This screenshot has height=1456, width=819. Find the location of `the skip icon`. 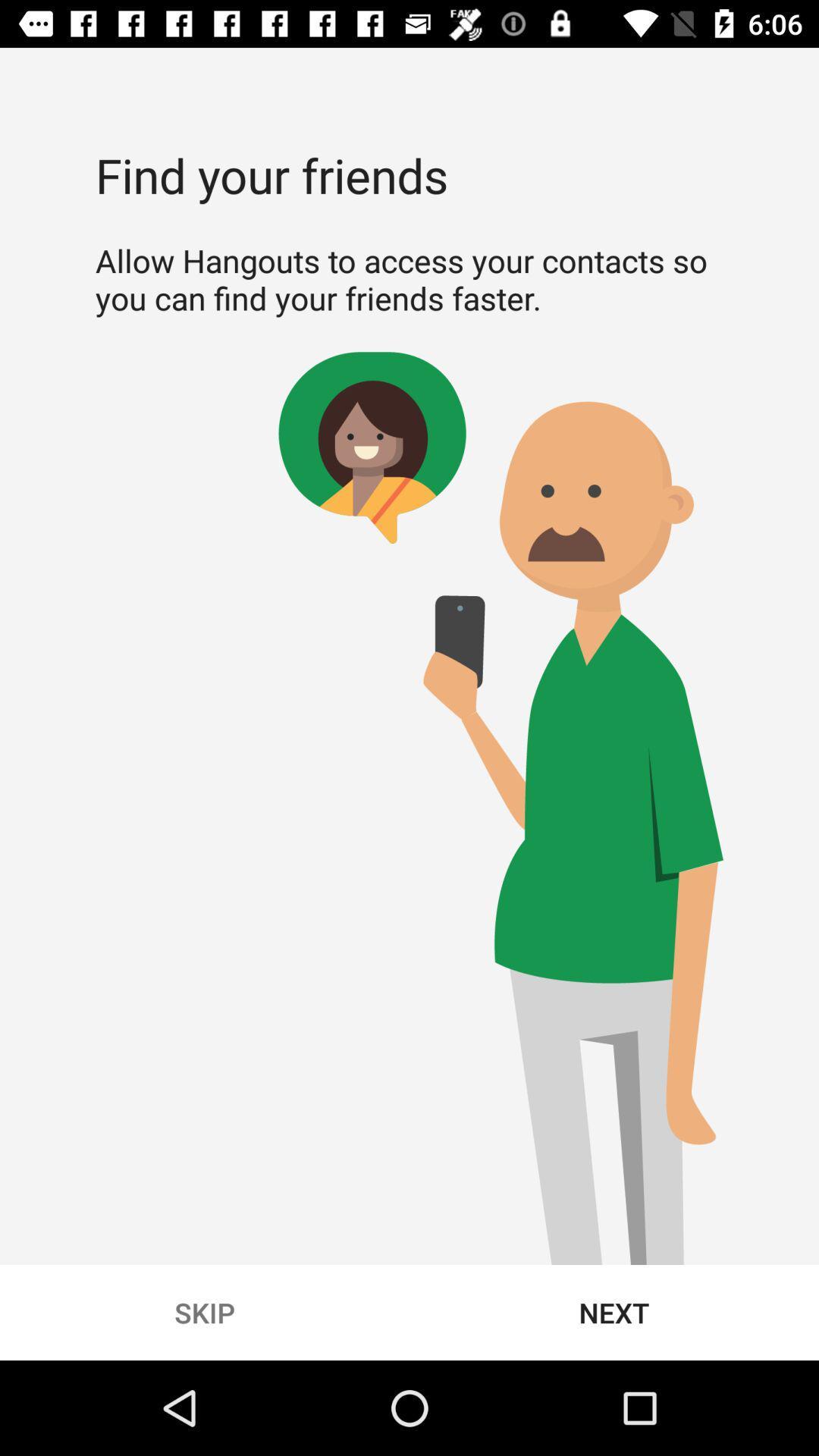

the skip icon is located at coordinates (205, 1312).